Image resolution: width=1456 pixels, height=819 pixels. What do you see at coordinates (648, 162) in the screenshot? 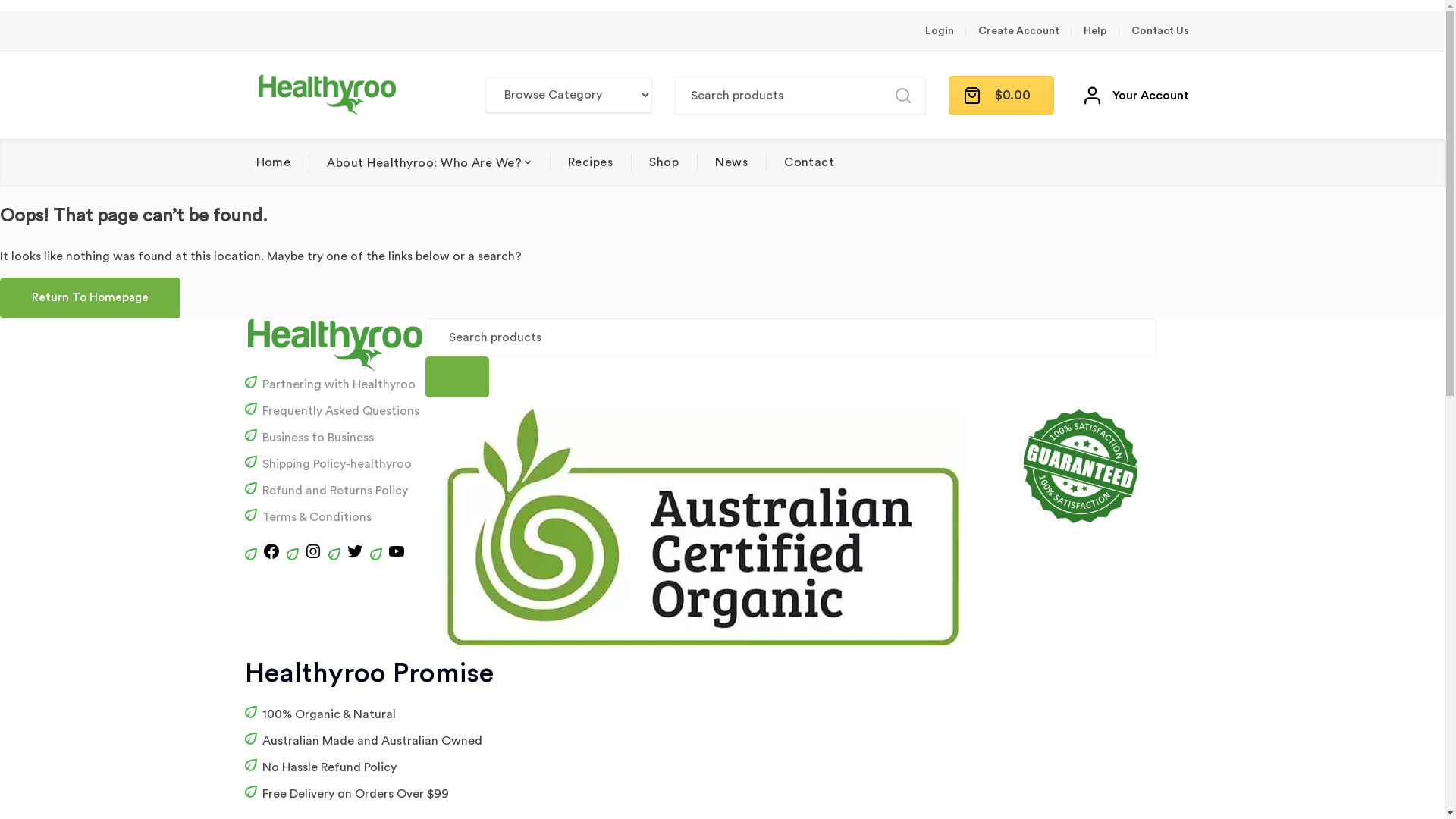
I see `'Shop'` at bounding box center [648, 162].